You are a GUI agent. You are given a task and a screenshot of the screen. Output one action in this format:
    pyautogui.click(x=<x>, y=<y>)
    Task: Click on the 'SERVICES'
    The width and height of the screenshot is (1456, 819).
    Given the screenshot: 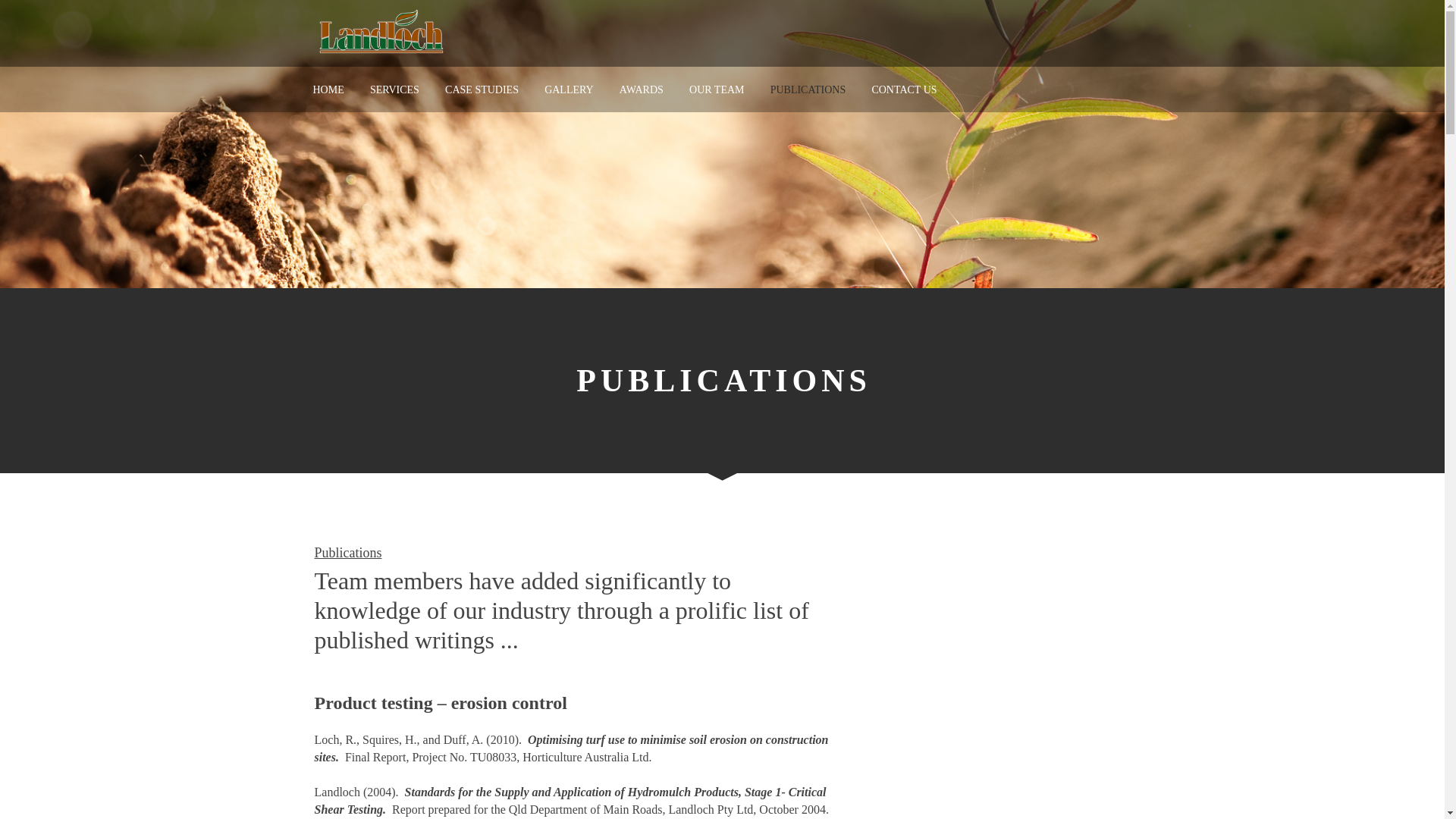 What is the action you would take?
    pyautogui.click(x=394, y=89)
    